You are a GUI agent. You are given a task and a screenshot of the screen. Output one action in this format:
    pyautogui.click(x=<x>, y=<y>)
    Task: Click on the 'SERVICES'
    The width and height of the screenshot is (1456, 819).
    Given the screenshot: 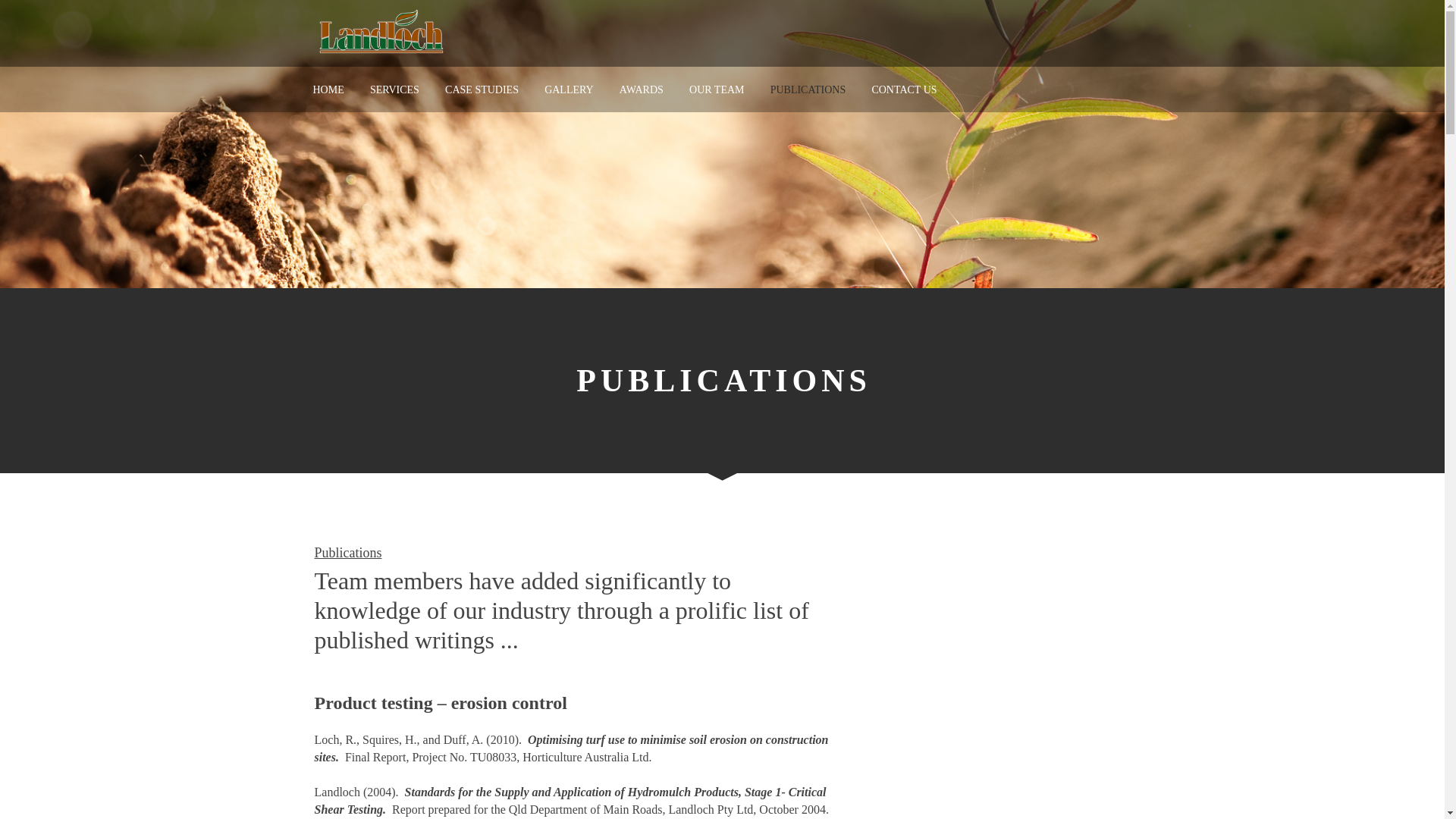 What is the action you would take?
    pyautogui.click(x=394, y=89)
    